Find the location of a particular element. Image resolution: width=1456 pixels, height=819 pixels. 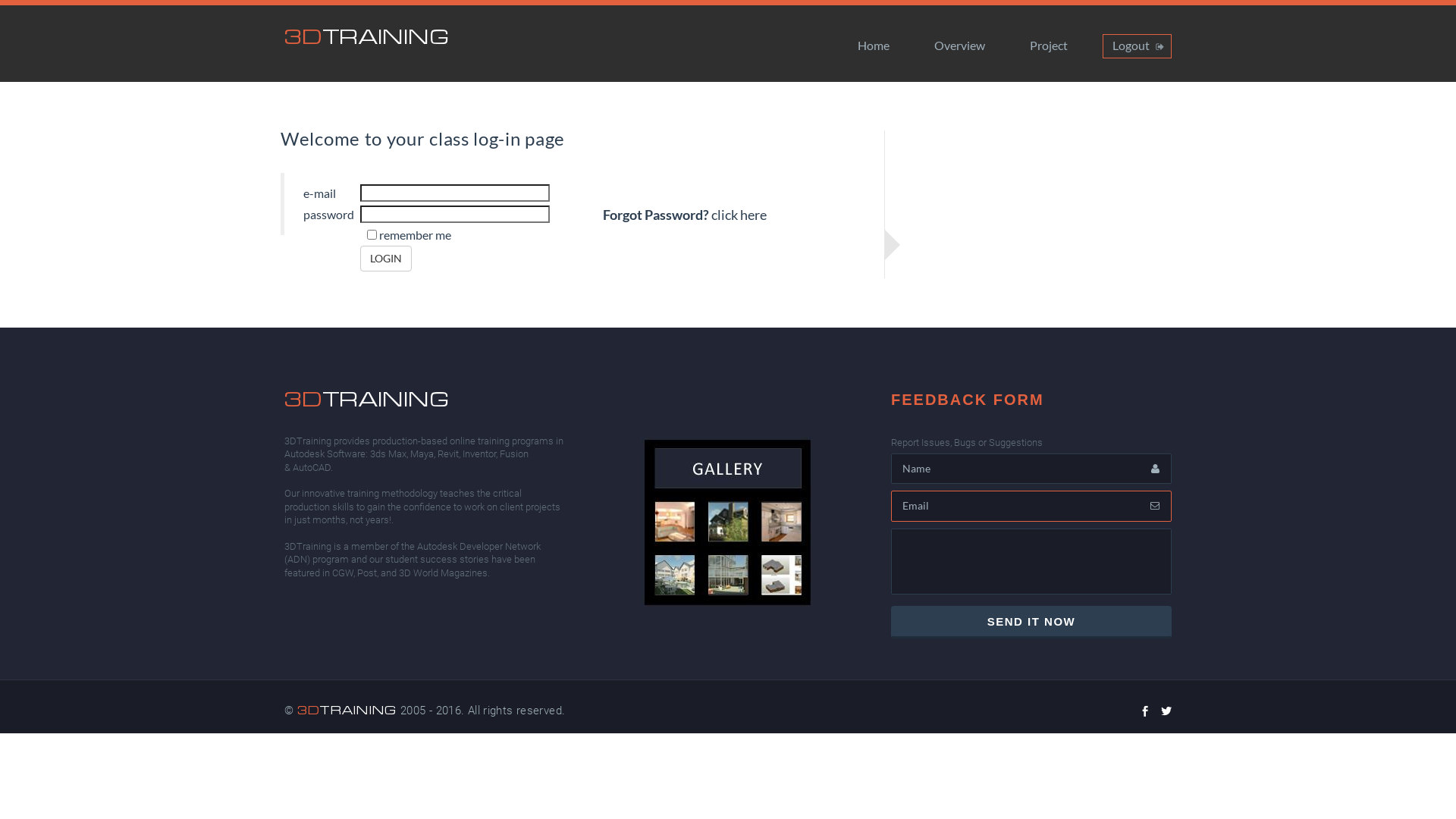

'LOGIN' is located at coordinates (385, 257).